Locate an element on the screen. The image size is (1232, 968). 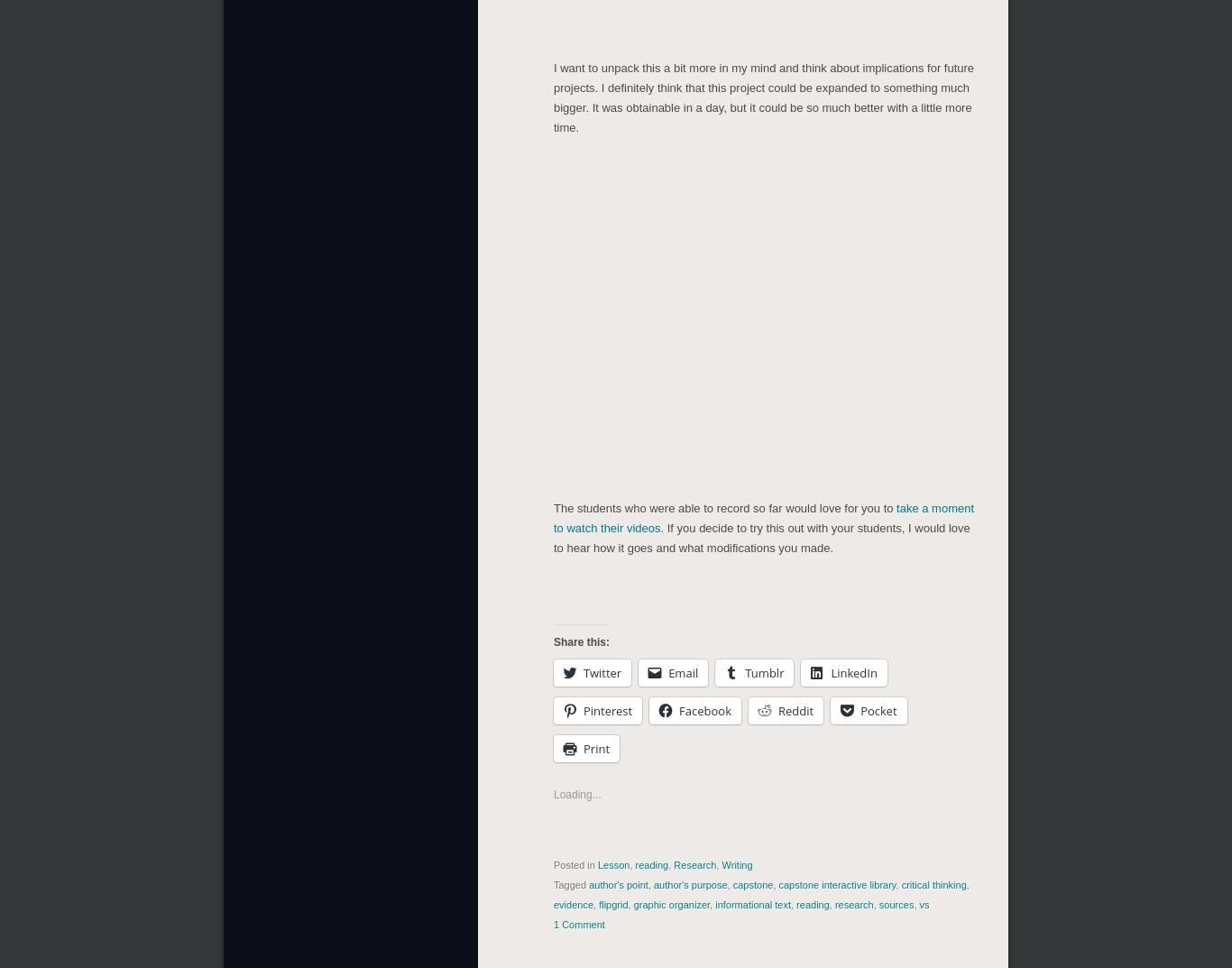
'capstone interactive library' is located at coordinates (837, 882).